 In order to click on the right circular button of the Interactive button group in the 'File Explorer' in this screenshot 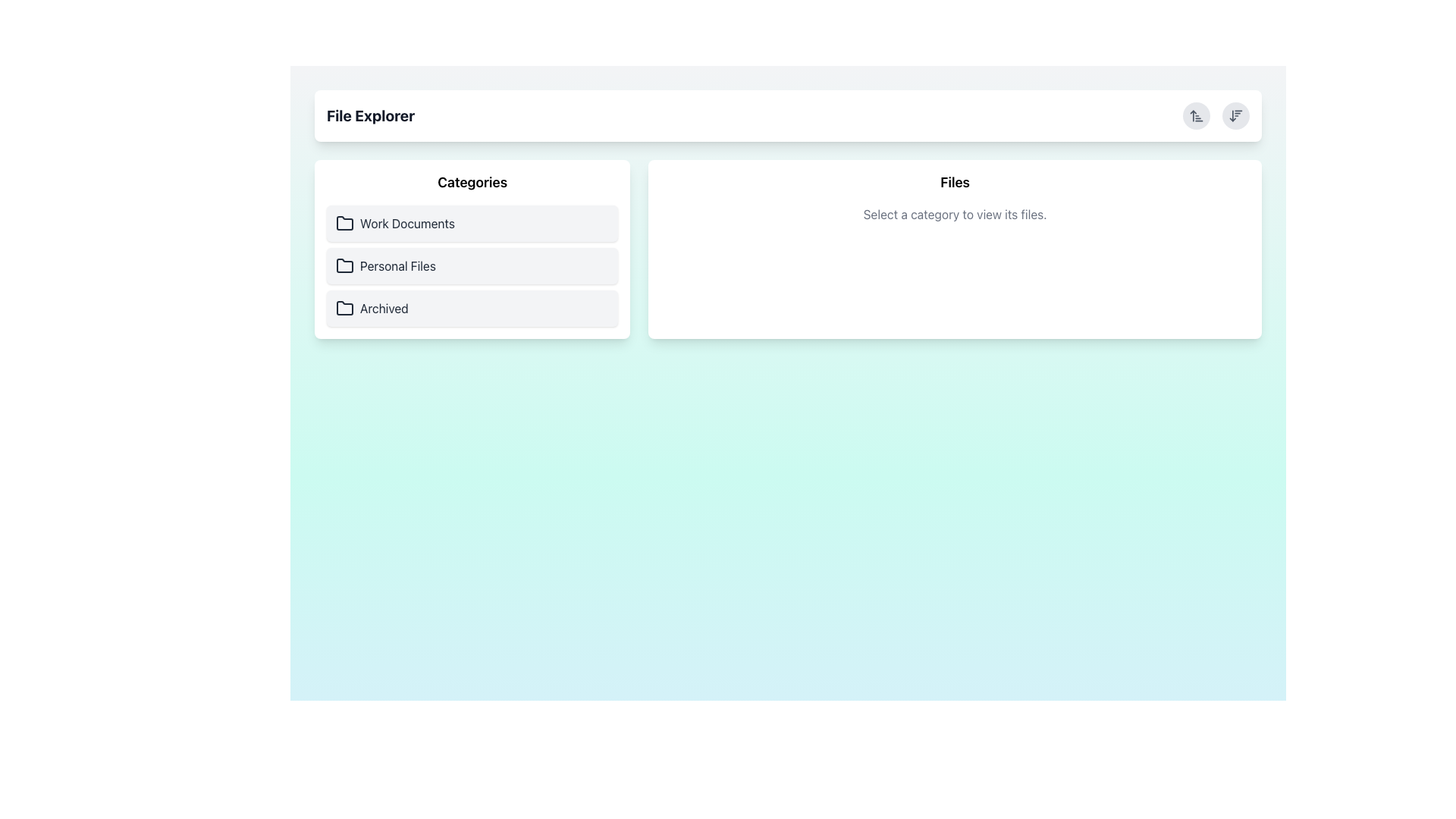, I will do `click(1216, 115)`.